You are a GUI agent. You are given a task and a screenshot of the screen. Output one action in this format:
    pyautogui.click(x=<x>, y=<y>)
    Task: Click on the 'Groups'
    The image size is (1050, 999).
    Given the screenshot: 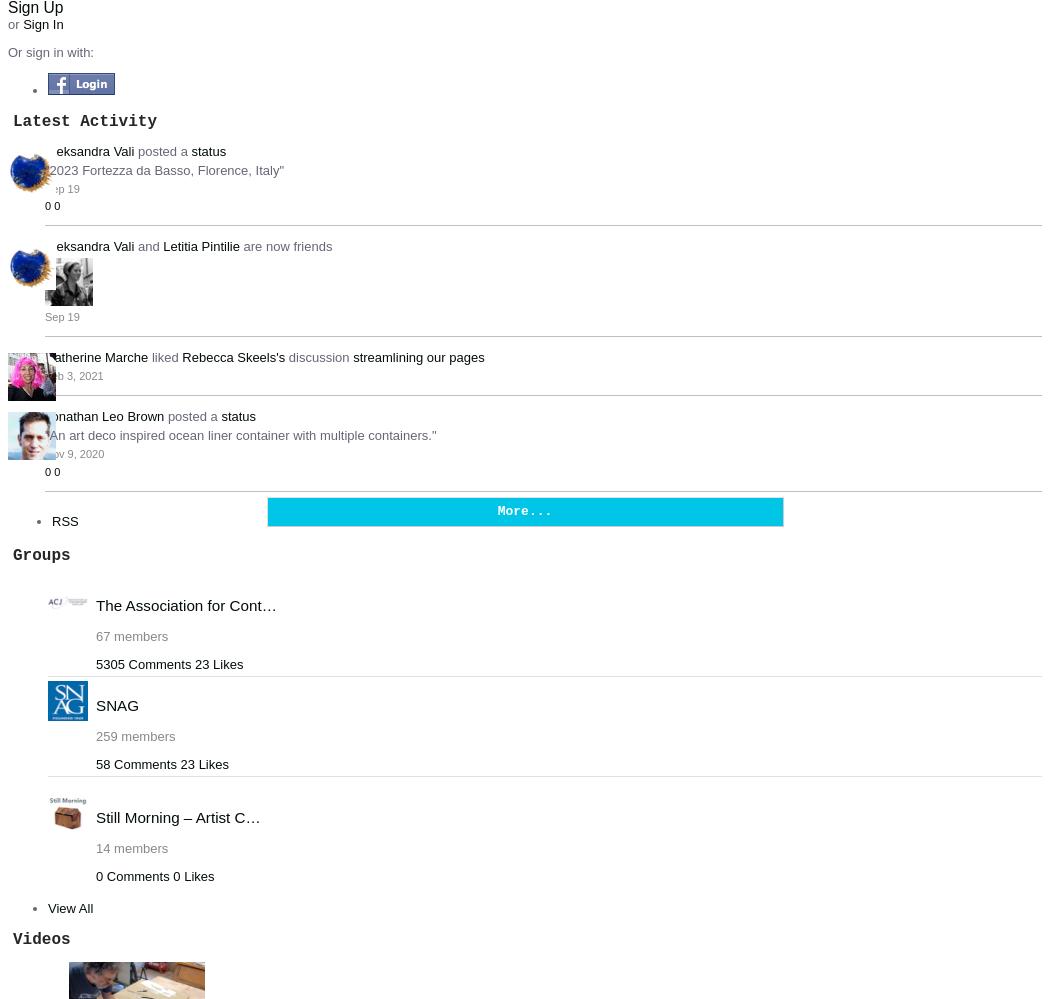 What is the action you would take?
    pyautogui.click(x=40, y=555)
    